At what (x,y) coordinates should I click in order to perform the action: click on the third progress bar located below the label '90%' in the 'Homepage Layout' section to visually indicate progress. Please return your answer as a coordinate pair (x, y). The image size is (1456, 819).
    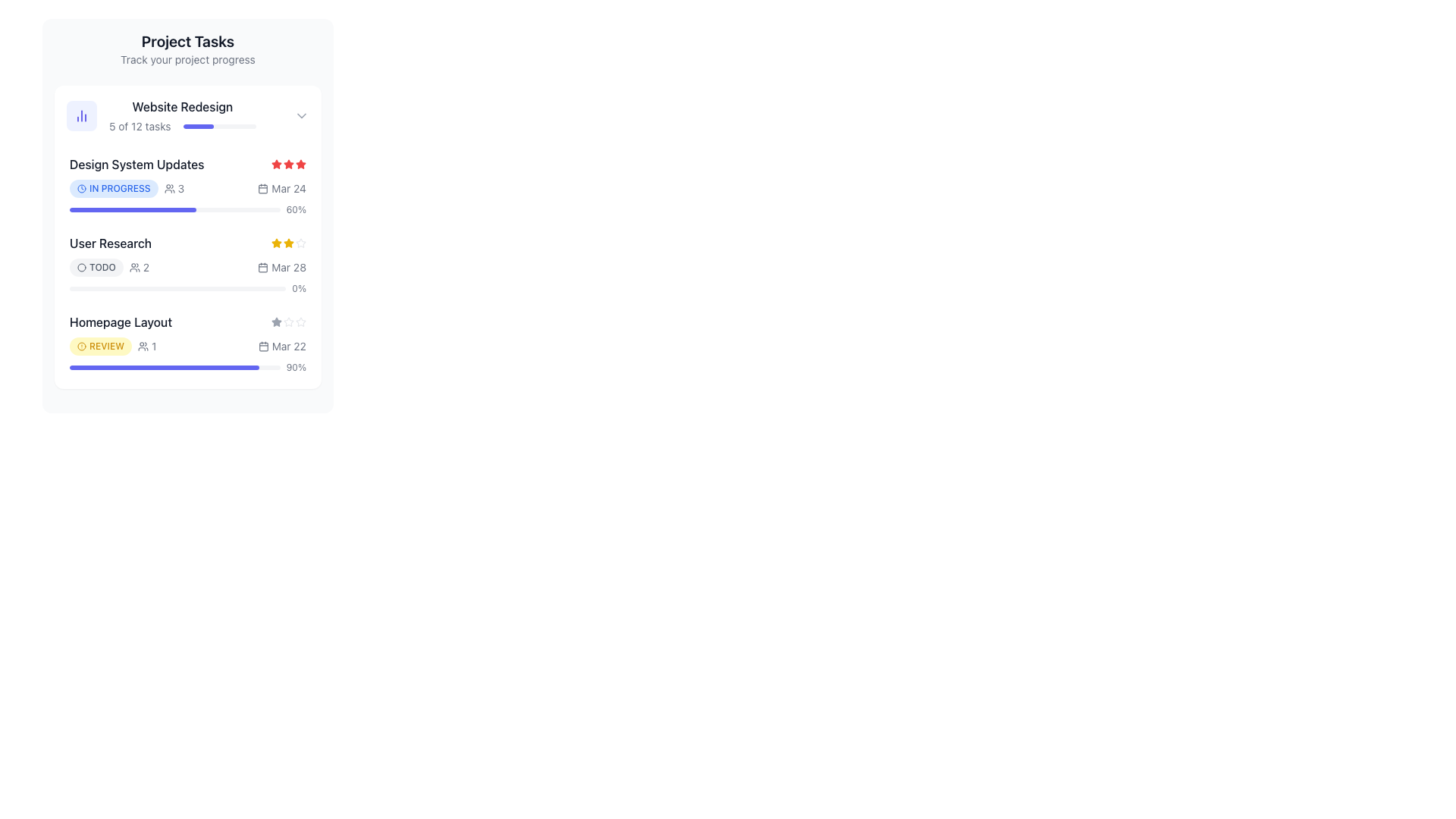
    Looking at the image, I should click on (174, 368).